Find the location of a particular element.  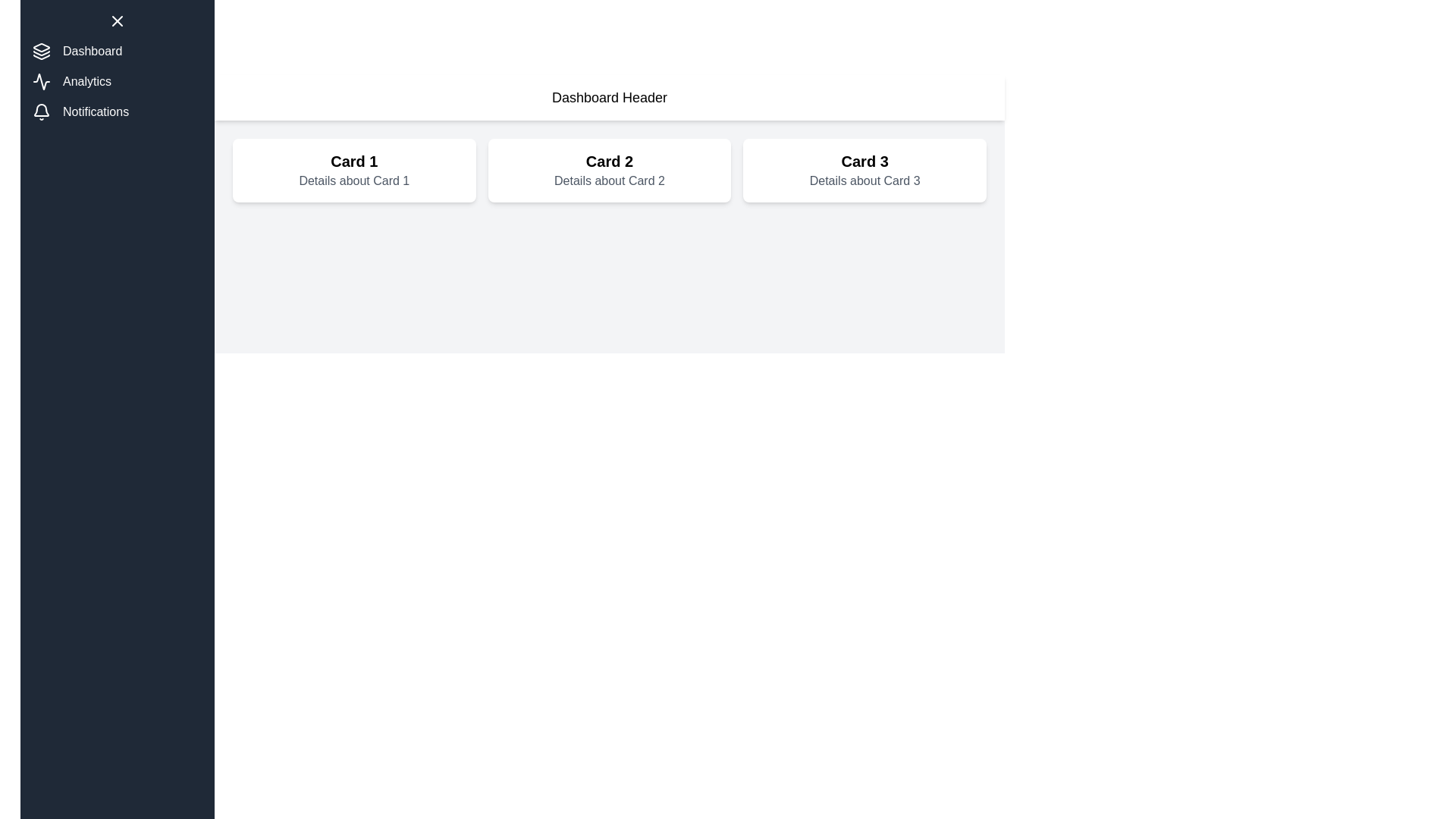

the second layer of the icon segment in the left-side navigation menu, which visually represents stackable or groupable items is located at coordinates (41, 52).